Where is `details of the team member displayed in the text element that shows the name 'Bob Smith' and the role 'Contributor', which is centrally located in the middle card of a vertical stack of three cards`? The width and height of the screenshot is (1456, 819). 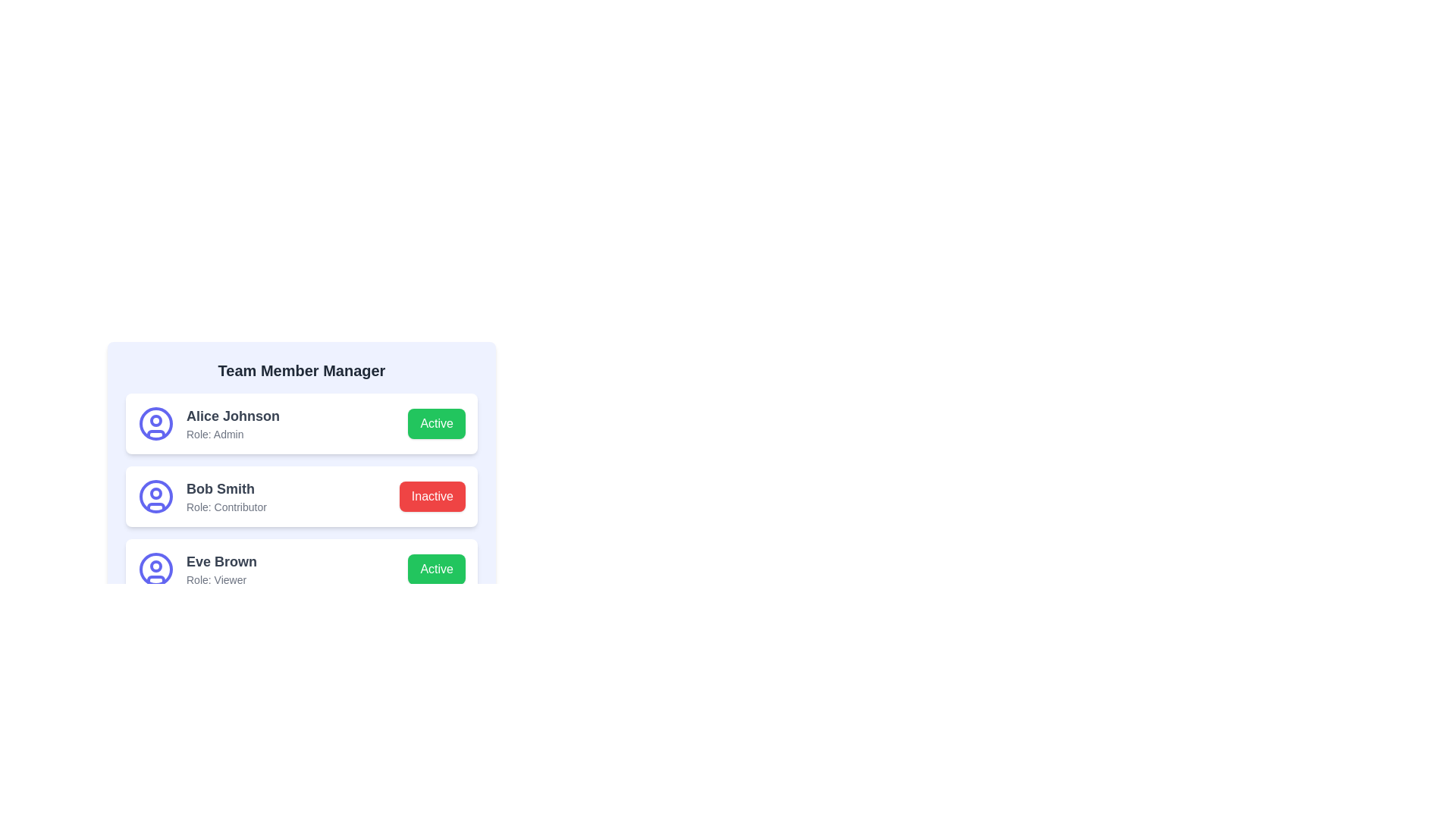 details of the team member displayed in the text element that shows the name 'Bob Smith' and the role 'Contributor', which is centrally located in the middle card of a vertical stack of three cards is located at coordinates (225, 497).